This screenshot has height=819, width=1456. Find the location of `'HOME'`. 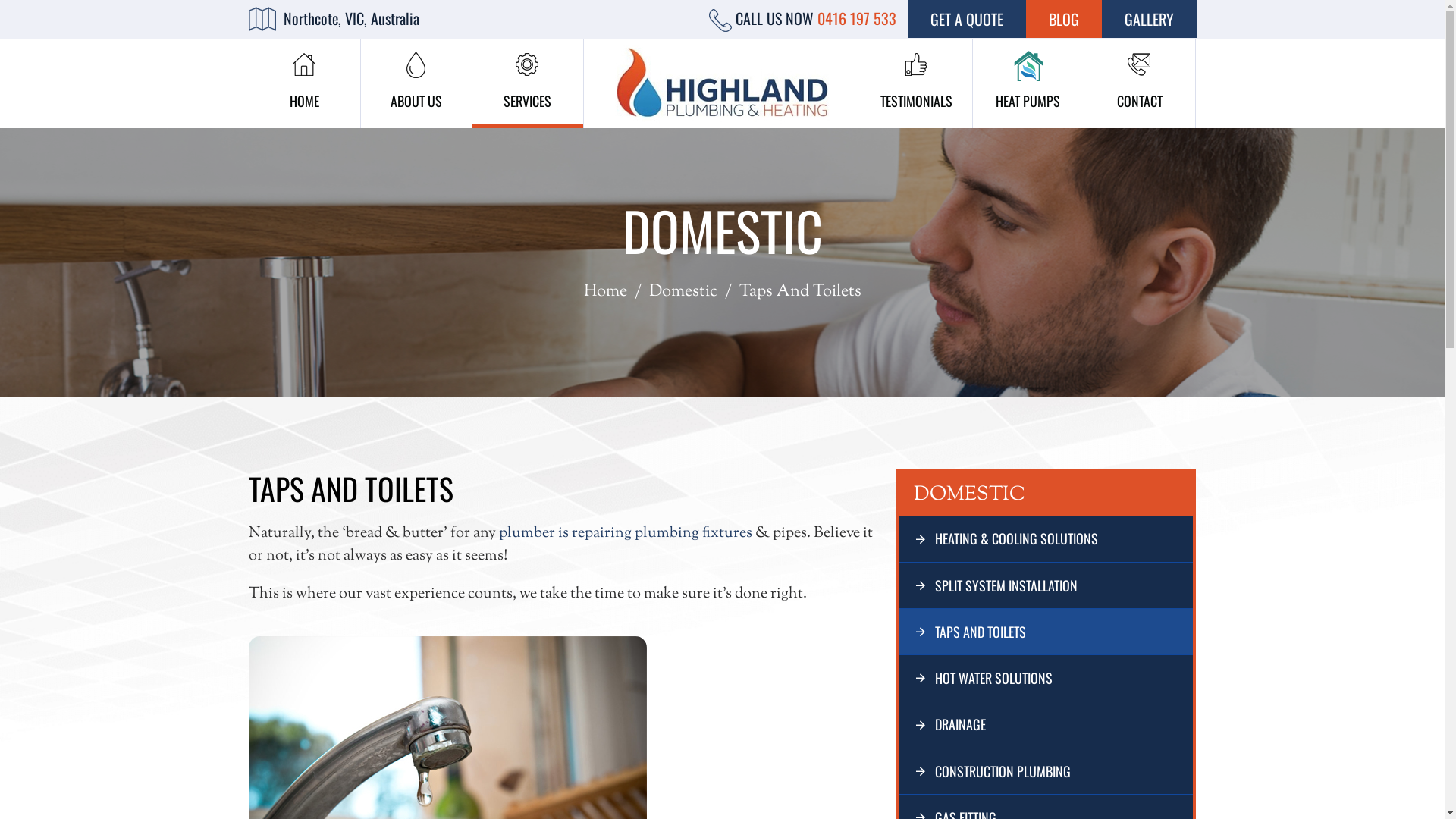

'HOME' is located at coordinates (303, 83).